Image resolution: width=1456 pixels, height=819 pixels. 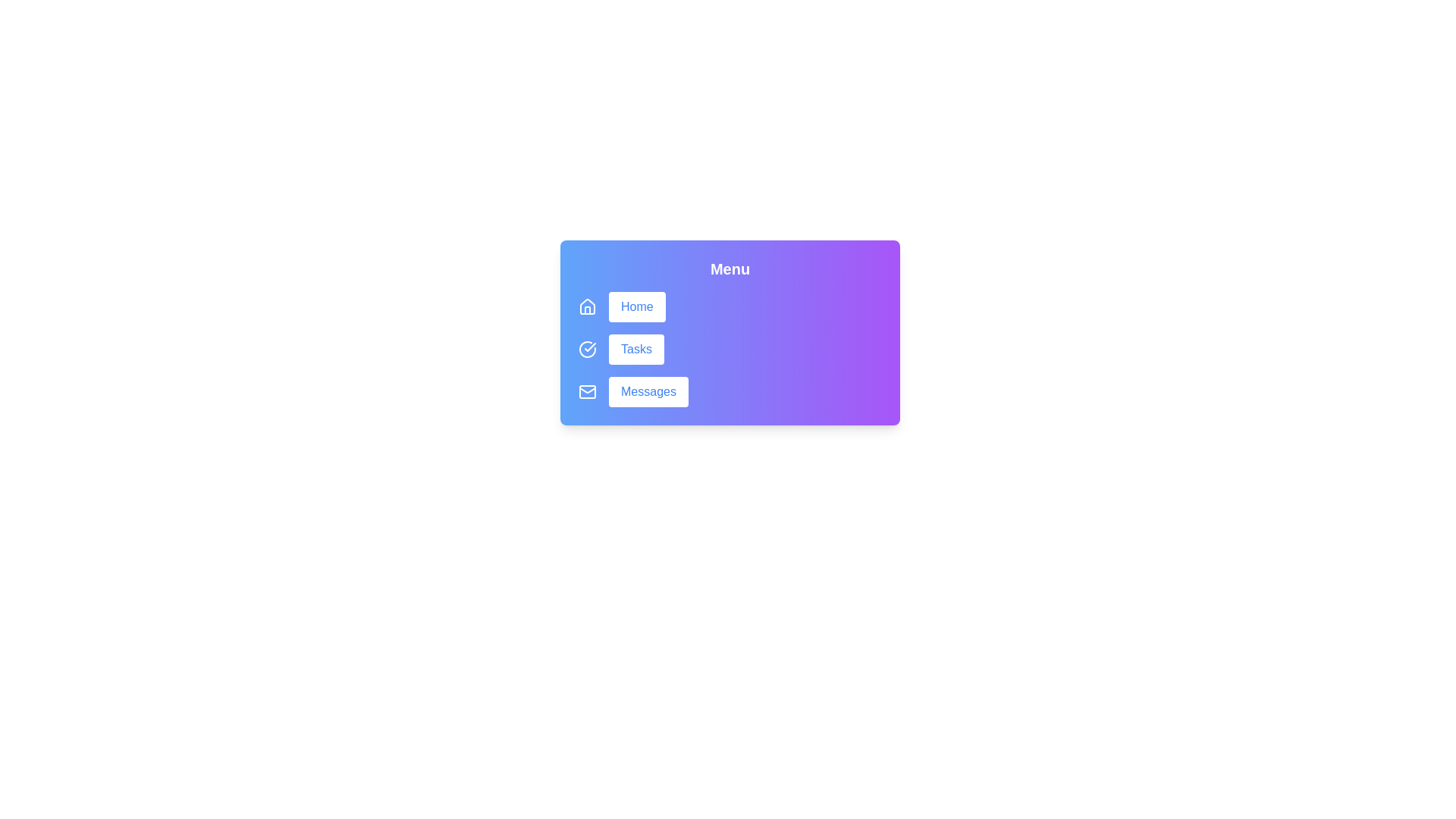 I want to click on the icon beside the Home button, so click(x=586, y=307).